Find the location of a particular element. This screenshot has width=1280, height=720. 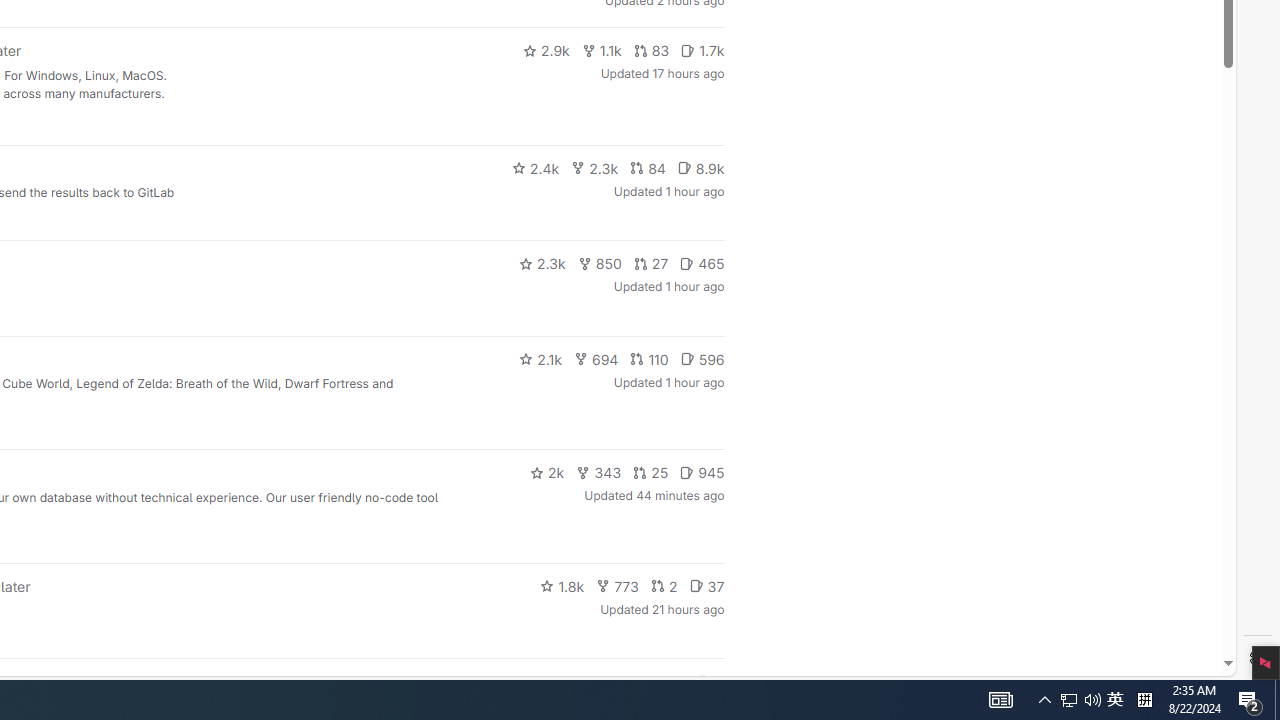

'2.1k' is located at coordinates (540, 357).